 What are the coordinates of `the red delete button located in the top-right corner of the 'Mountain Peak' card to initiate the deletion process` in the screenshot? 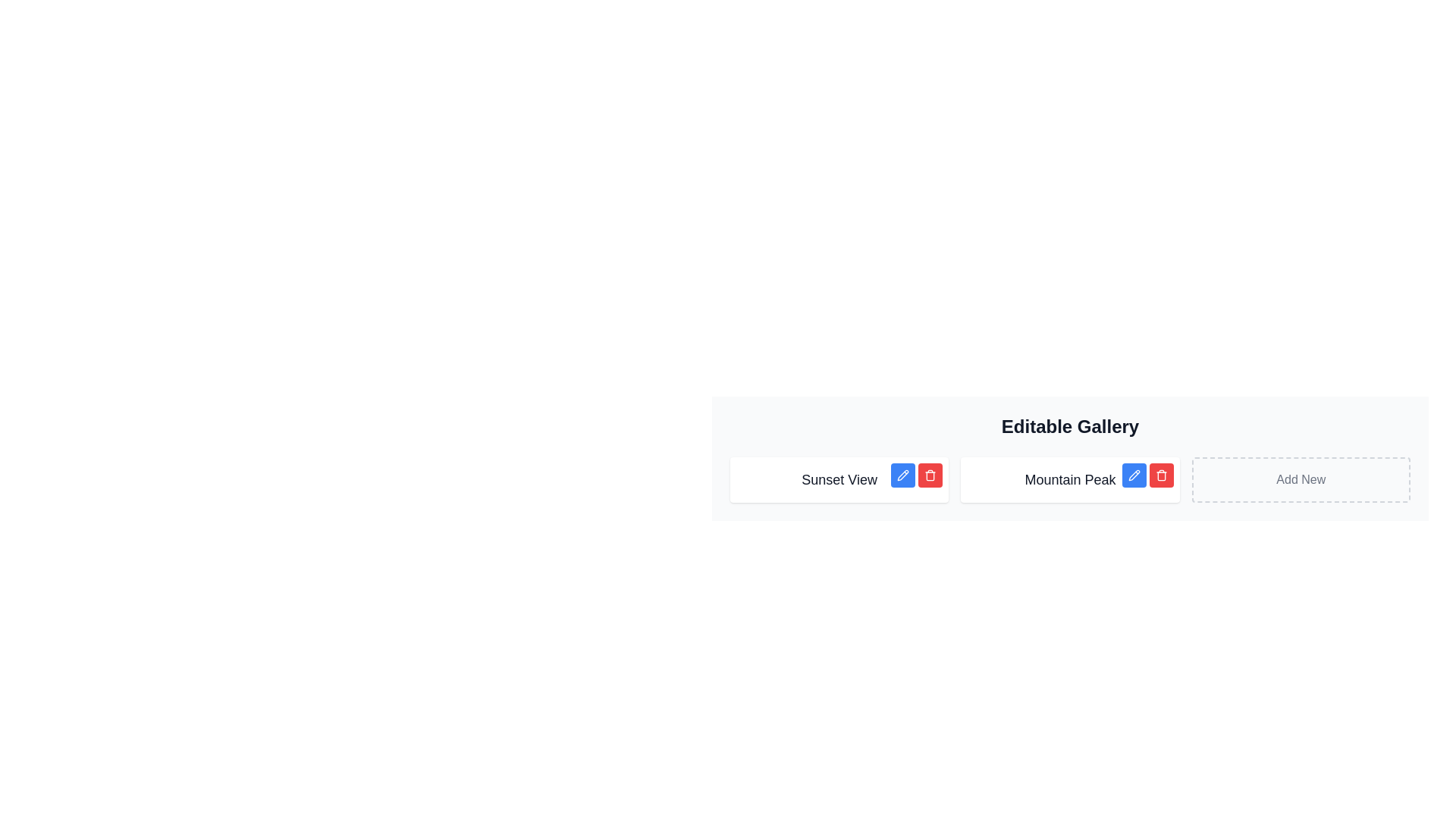 It's located at (1147, 475).